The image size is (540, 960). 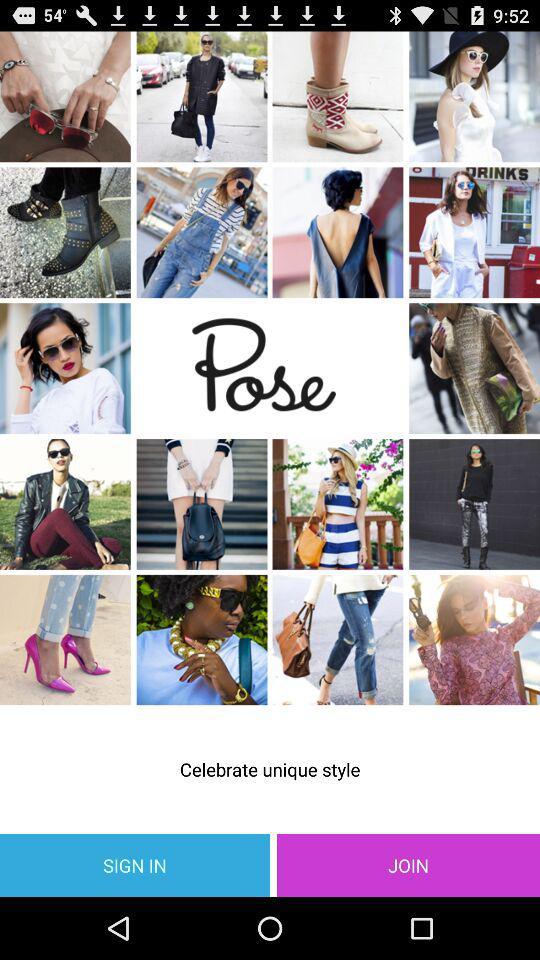 I want to click on item to the left of join icon, so click(x=135, y=864).